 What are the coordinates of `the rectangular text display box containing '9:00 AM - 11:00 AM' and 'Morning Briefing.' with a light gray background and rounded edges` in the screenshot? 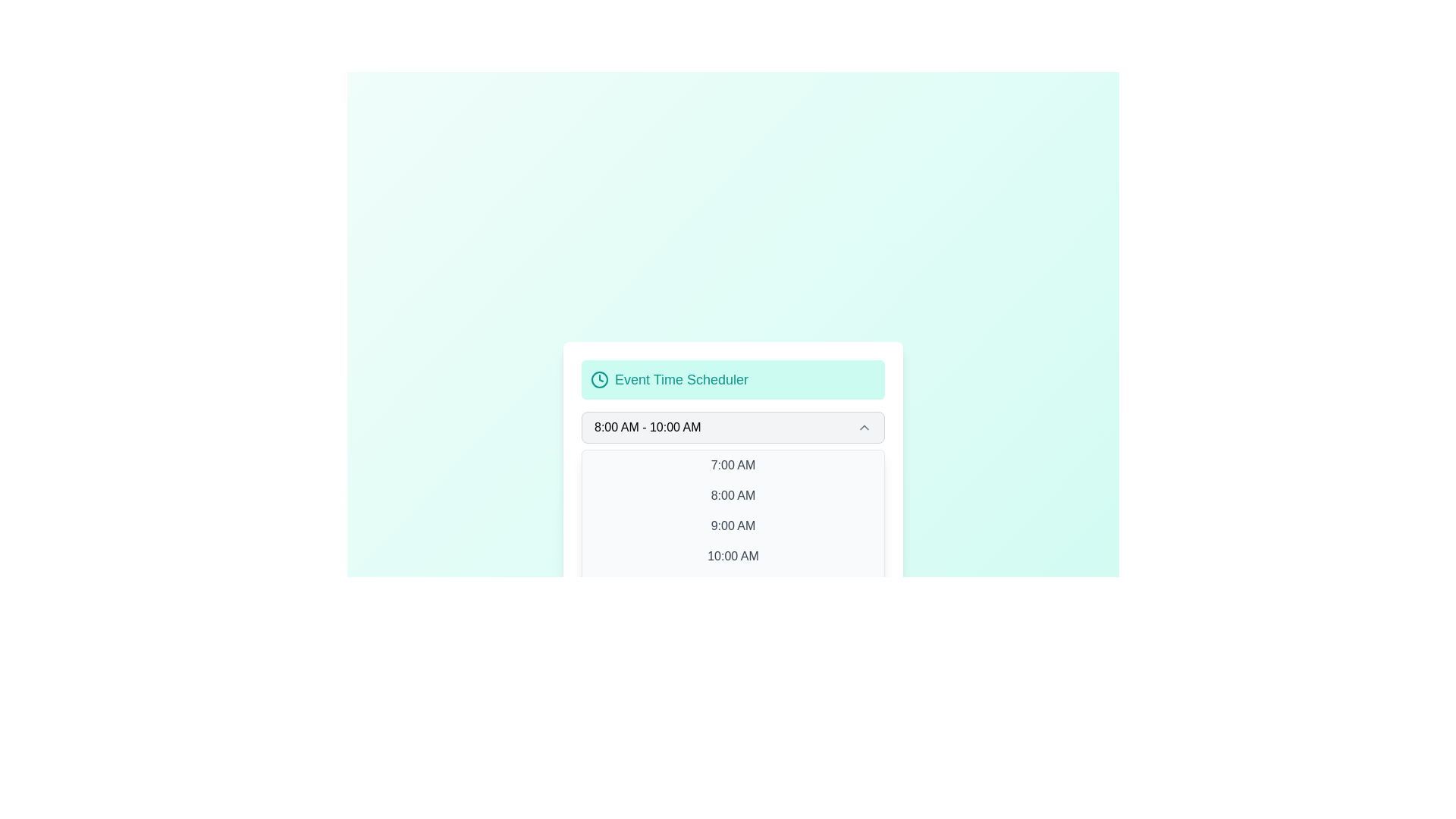 It's located at (733, 559).